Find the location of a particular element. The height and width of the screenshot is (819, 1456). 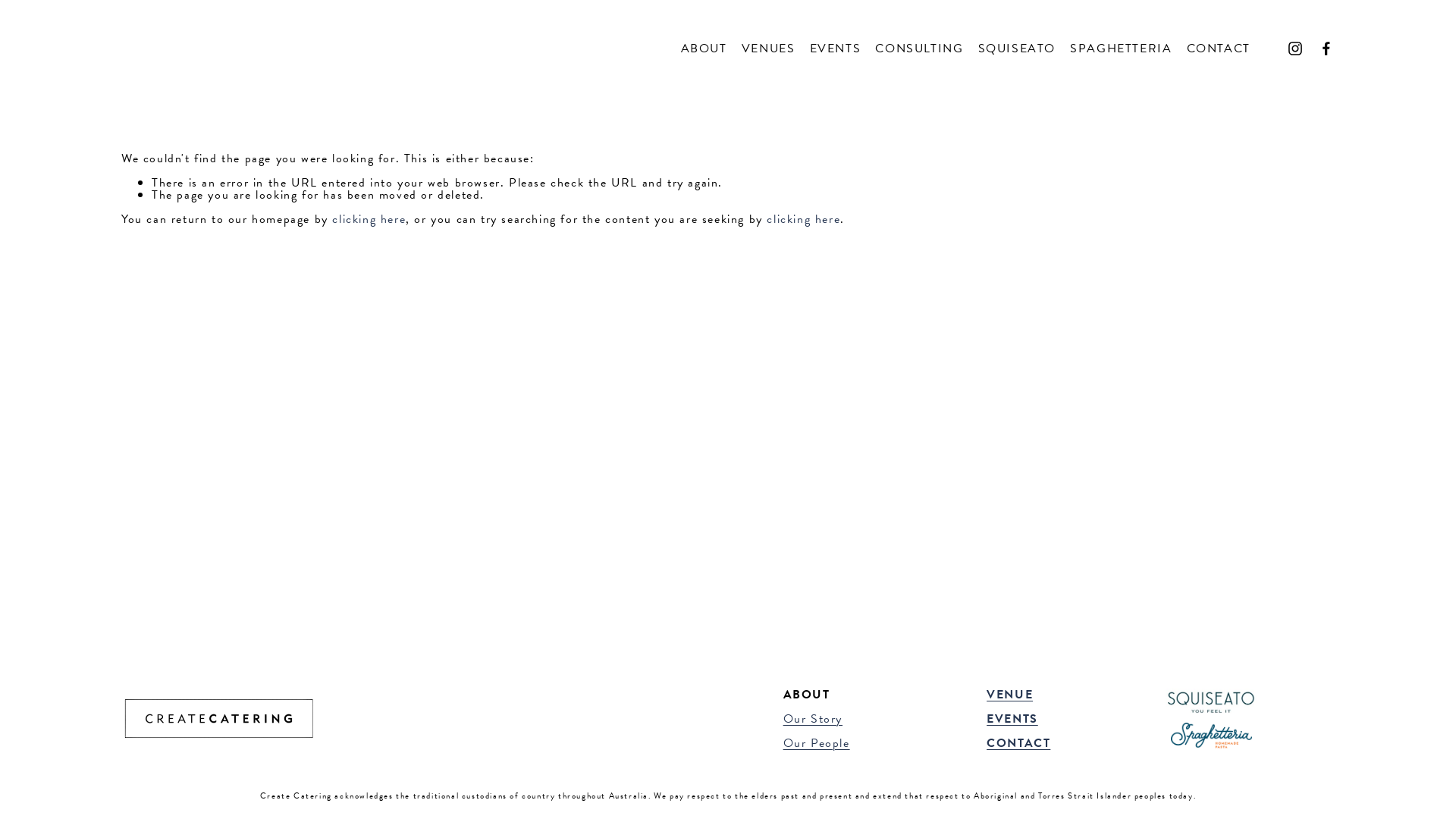

'VENUES' is located at coordinates (768, 47).